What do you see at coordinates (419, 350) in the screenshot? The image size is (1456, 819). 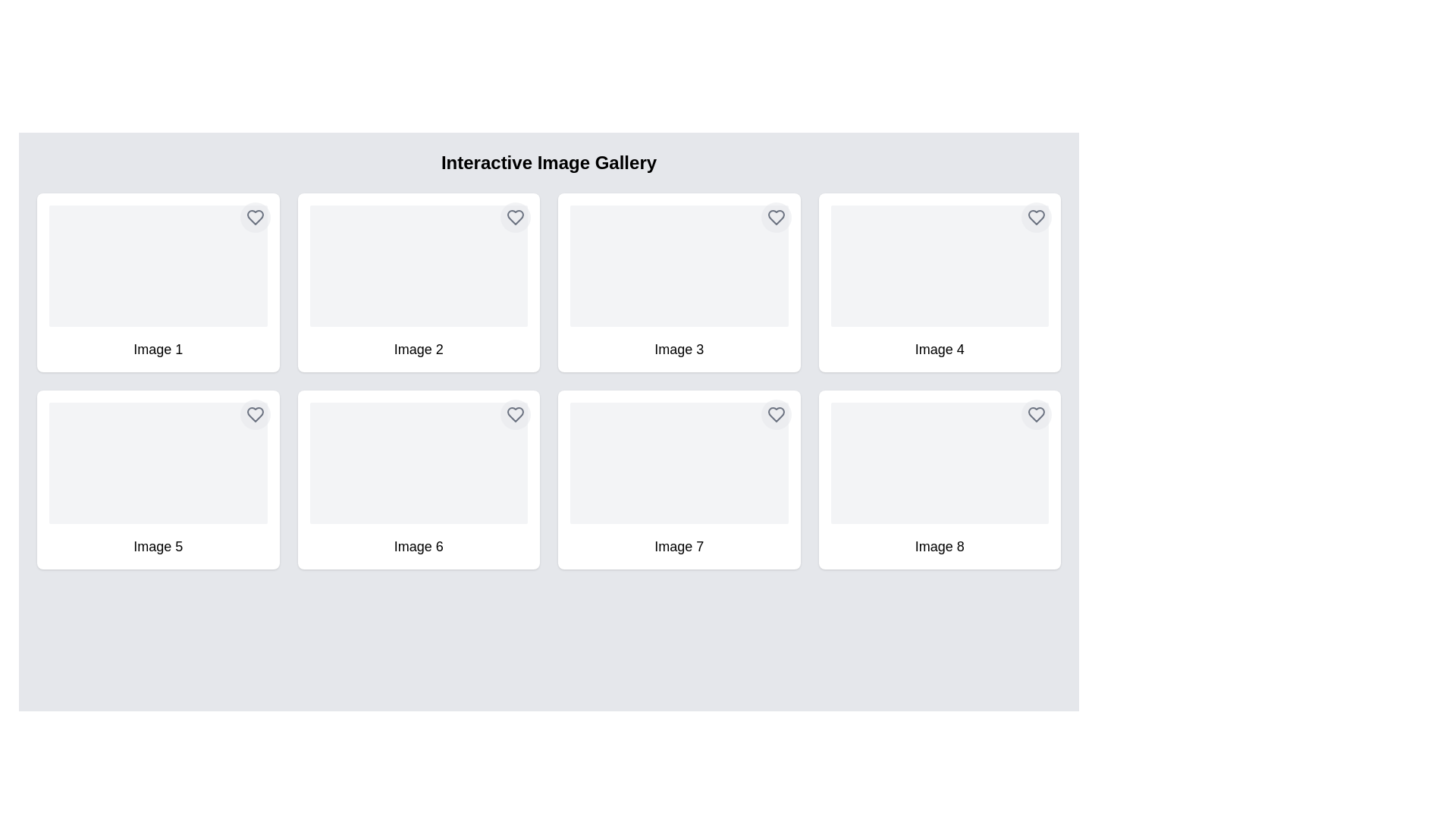 I see `the text label displaying 'Image 2', which is located beneath the gray placeholder image in the second card of a three-by-three grid layout` at bounding box center [419, 350].